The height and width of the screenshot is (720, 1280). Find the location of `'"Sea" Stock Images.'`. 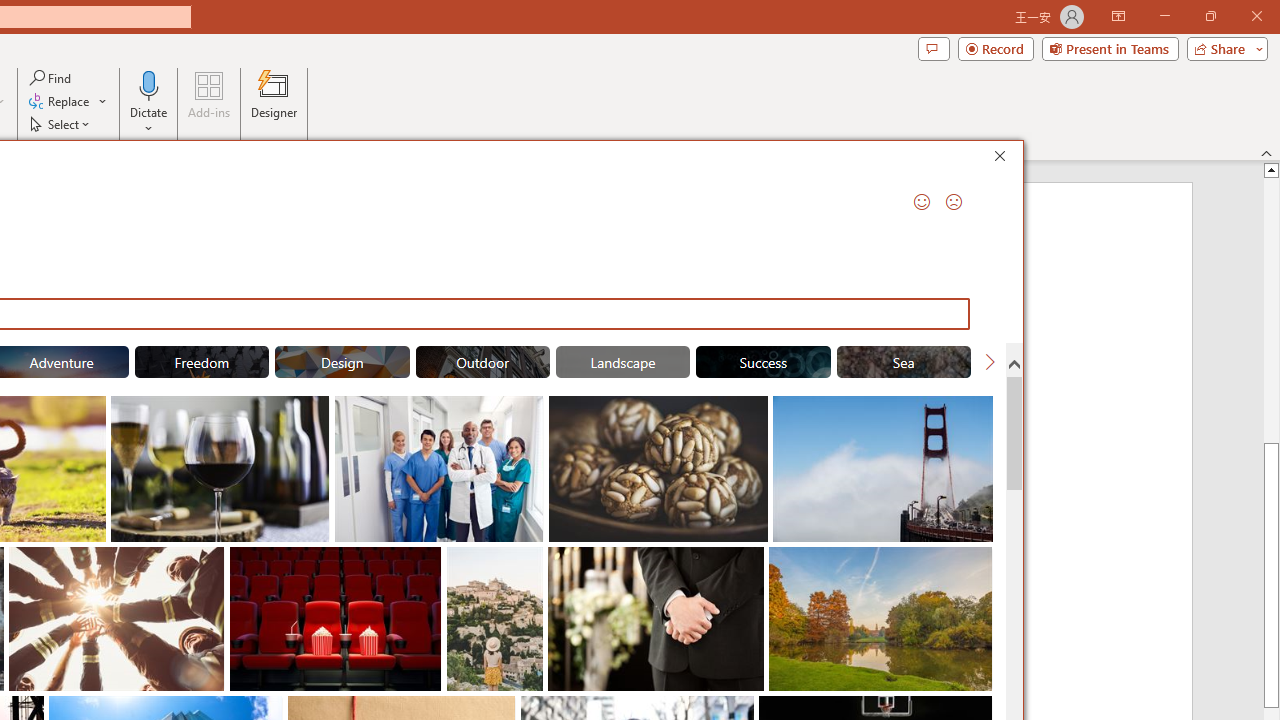

'"Sea" Stock Images.' is located at coordinates (903, 362).